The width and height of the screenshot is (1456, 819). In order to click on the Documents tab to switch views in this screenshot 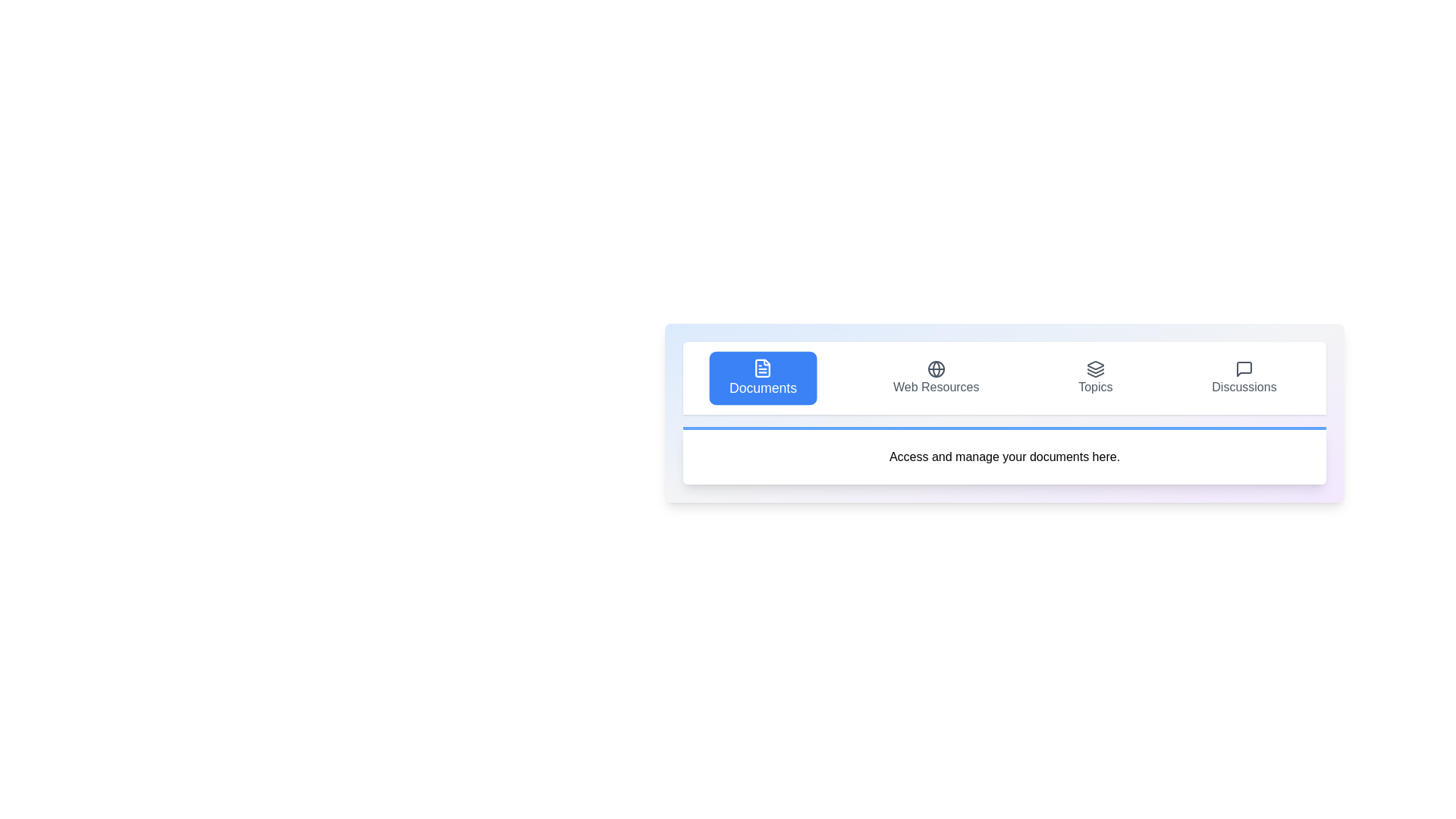, I will do `click(763, 377)`.